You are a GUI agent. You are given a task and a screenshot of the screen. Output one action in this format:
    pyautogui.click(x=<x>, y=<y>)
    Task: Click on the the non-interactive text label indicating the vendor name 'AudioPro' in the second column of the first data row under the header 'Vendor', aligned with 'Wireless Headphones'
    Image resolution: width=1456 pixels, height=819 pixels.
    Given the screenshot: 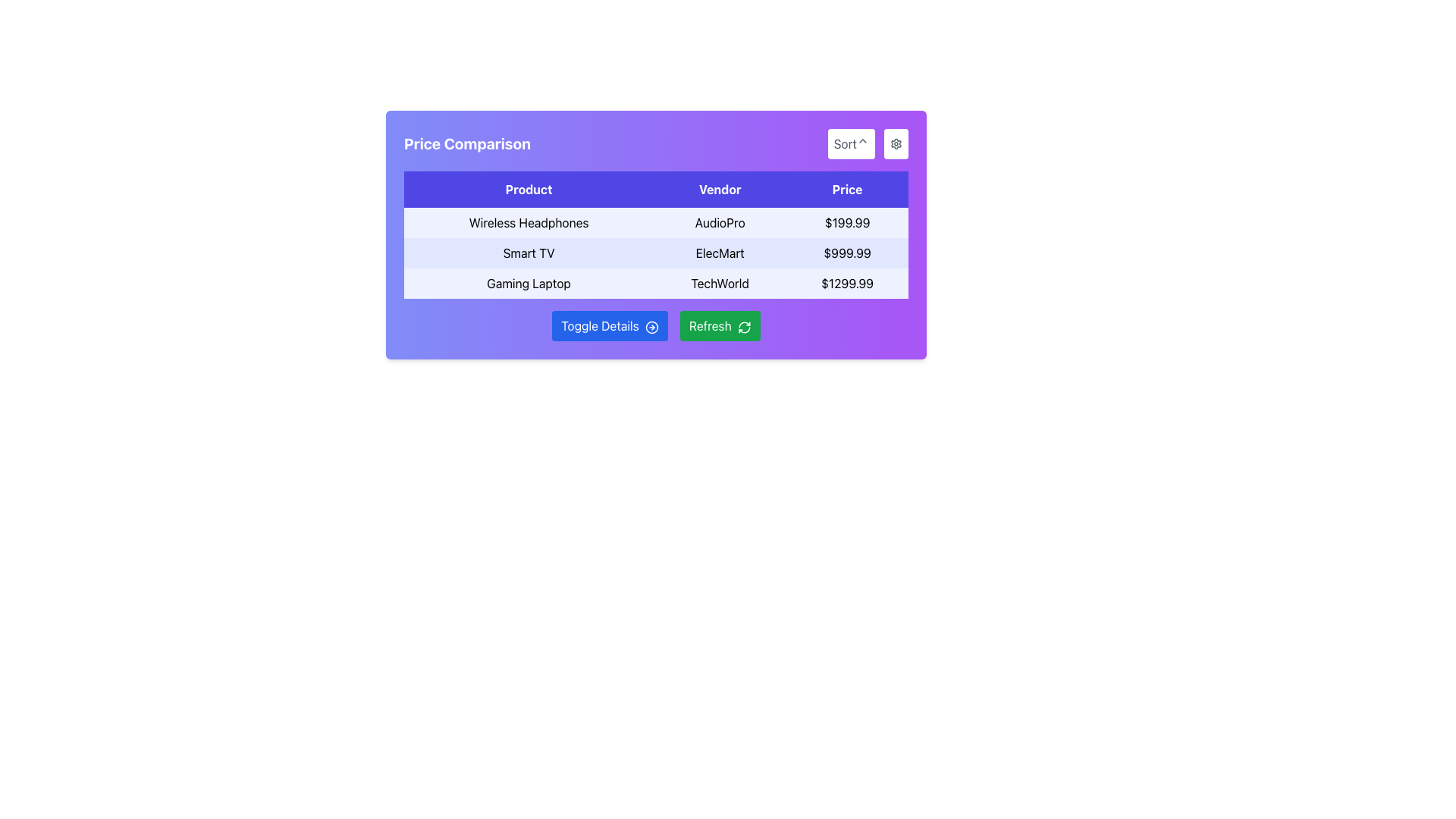 What is the action you would take?
    pyautogui.click(x=719, y=222)
    